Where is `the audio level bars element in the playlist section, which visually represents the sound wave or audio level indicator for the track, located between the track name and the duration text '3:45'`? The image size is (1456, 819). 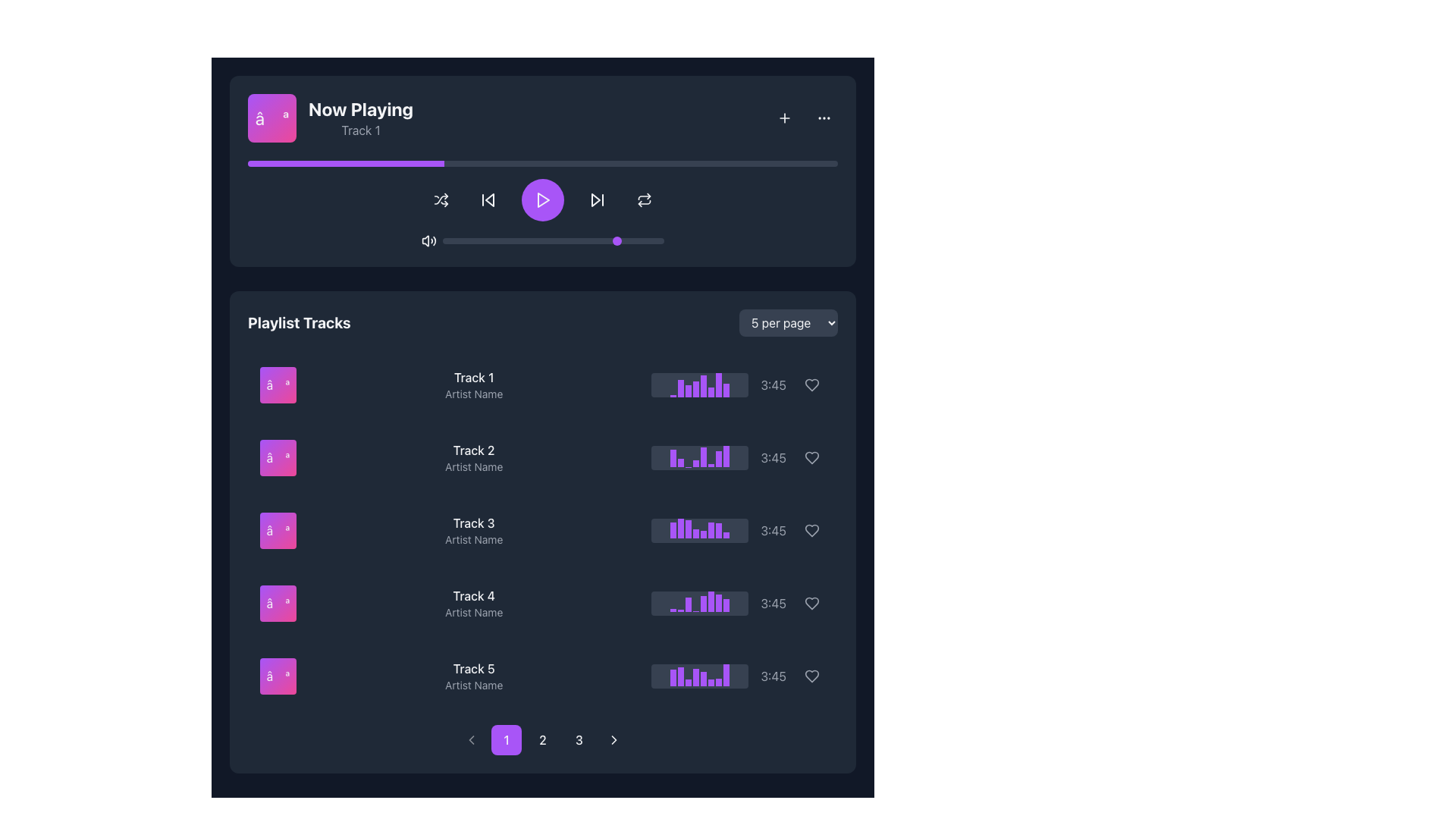
the audio level bars element in the playlist section, which visually represents the sound wave or audio level indicator for the track, located between the track name and the duration text '3:45' is located at coordinates (699, 384).